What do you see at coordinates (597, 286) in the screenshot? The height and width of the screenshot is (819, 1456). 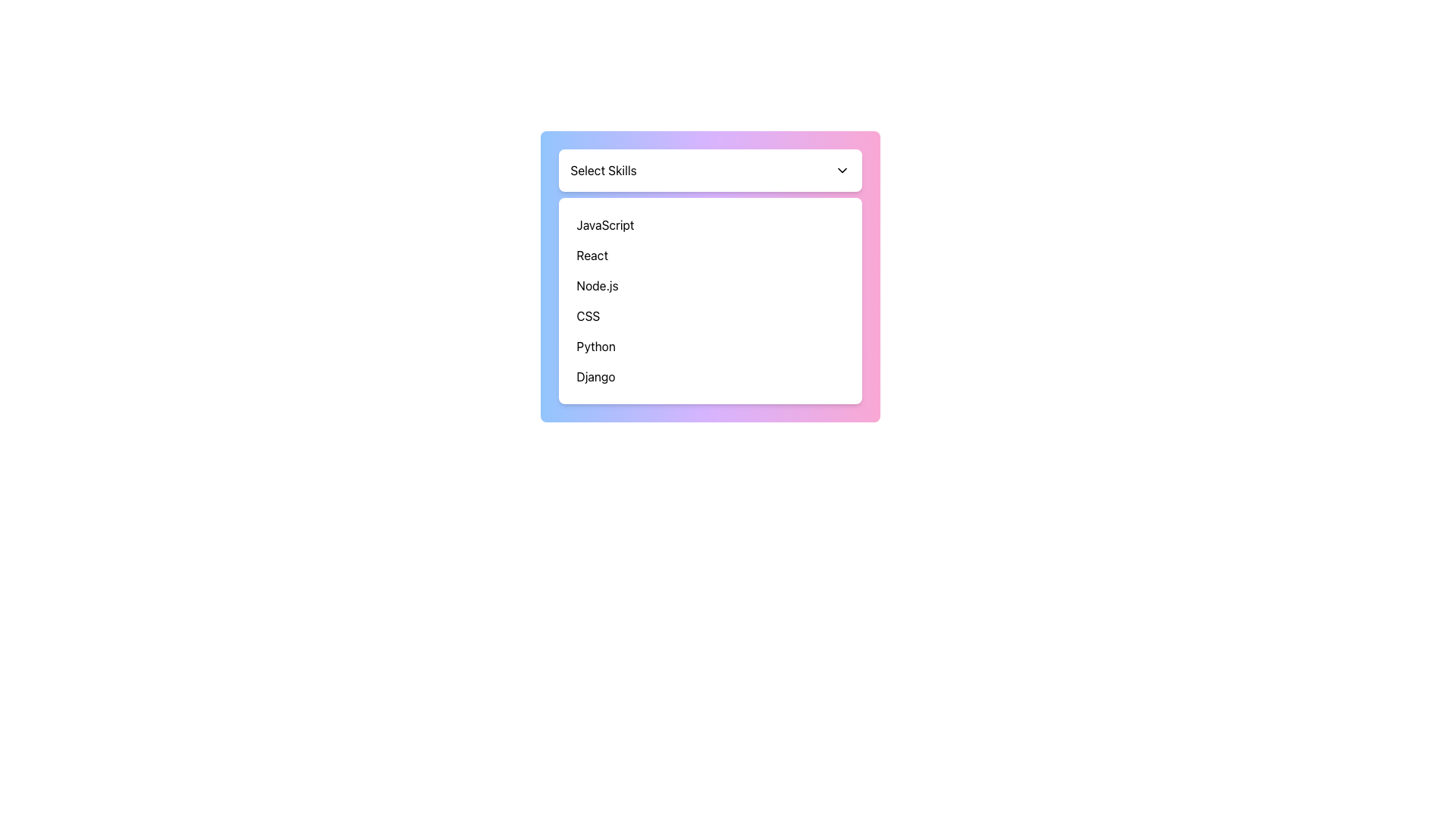 I see `the 'Node.js' text element, which is the third option in the dropdown menu` at bounding box center [597, 286].